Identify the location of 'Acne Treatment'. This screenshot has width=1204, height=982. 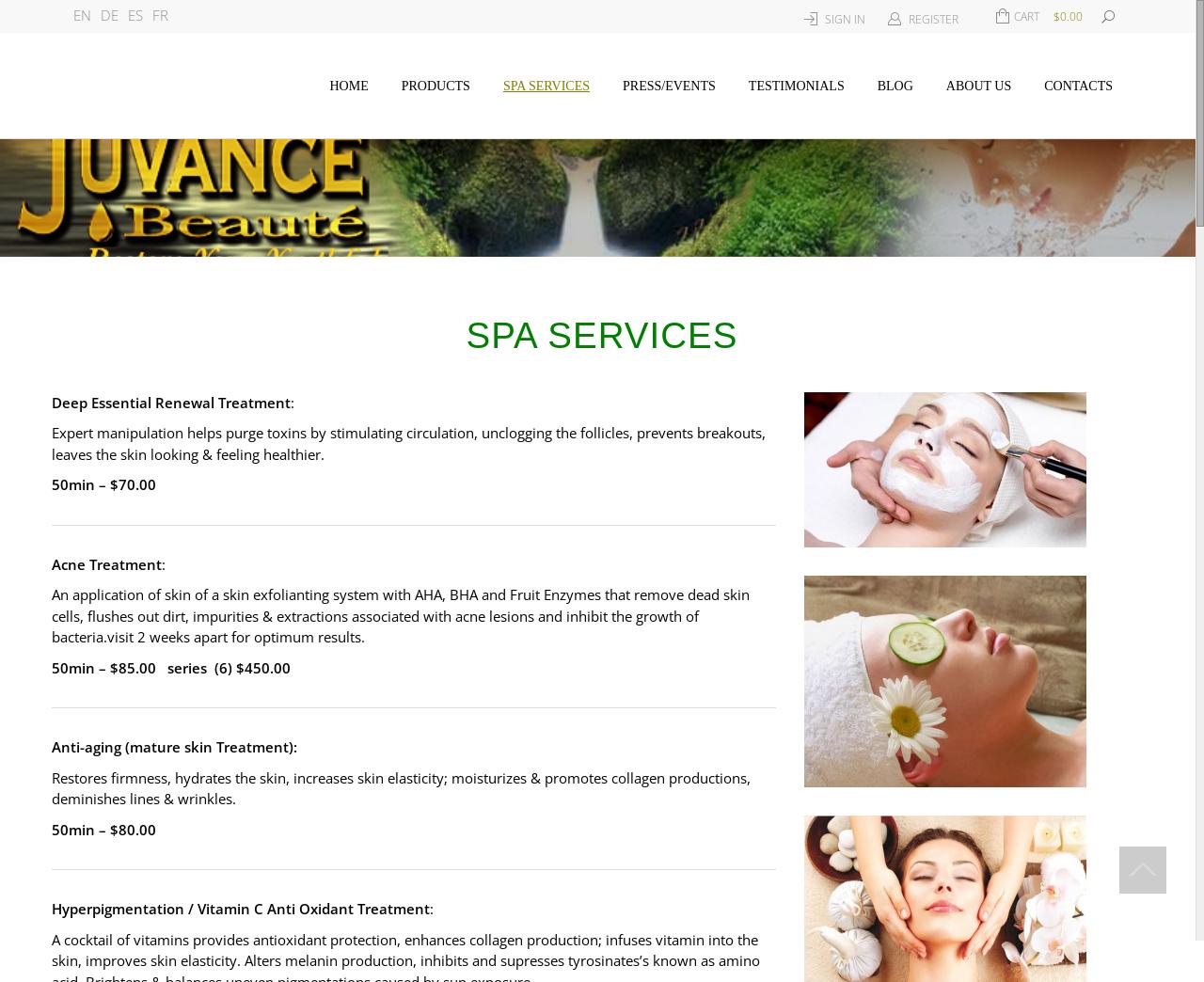
(105, 563).